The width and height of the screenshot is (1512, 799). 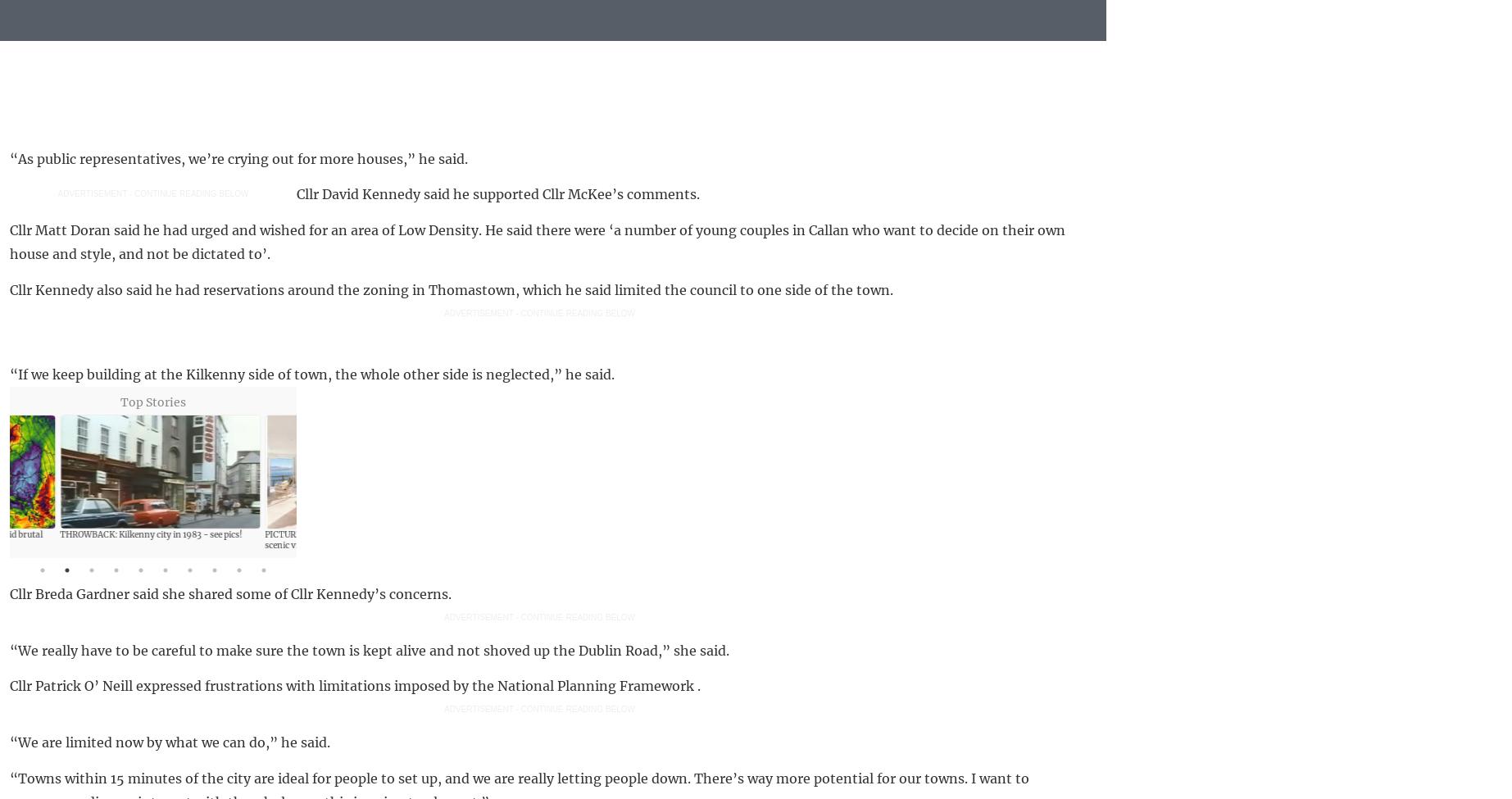 I want to click on 'Cllr Kennedy also said he had reservations around the zoning in Thomastown, which he said limited the council to one side of the town.', so click(x=9, y=288).